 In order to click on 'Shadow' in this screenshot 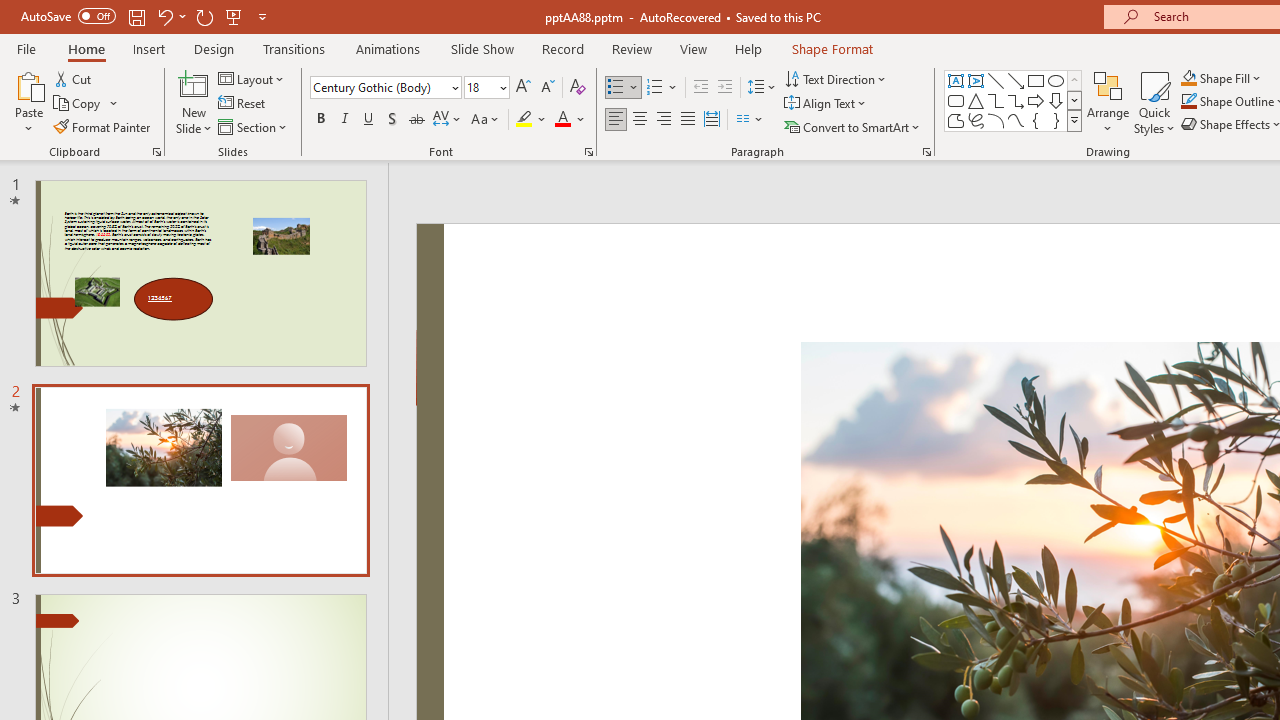, I will do `click(392, 119)`.